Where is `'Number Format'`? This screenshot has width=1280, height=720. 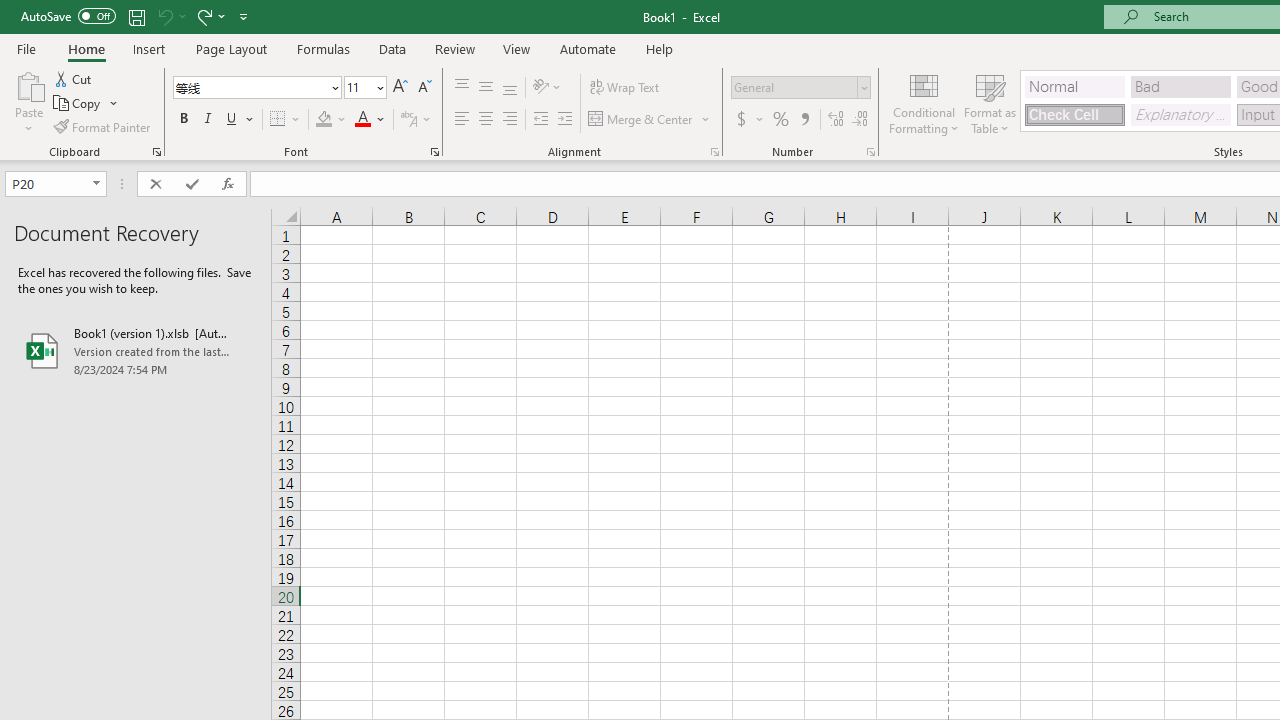
'Number Format' is located at coordinates (800, 86).